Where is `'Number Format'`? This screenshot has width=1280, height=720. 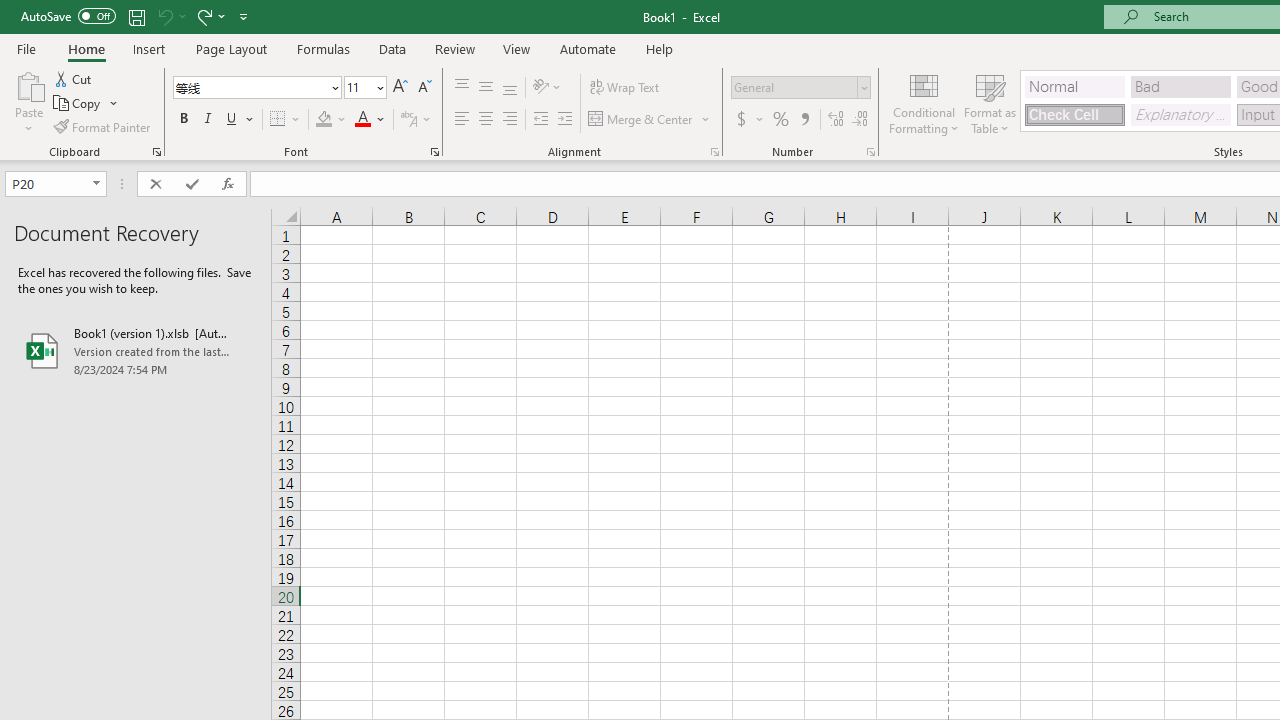
'Number Format' is located at coordinates (800, 86).